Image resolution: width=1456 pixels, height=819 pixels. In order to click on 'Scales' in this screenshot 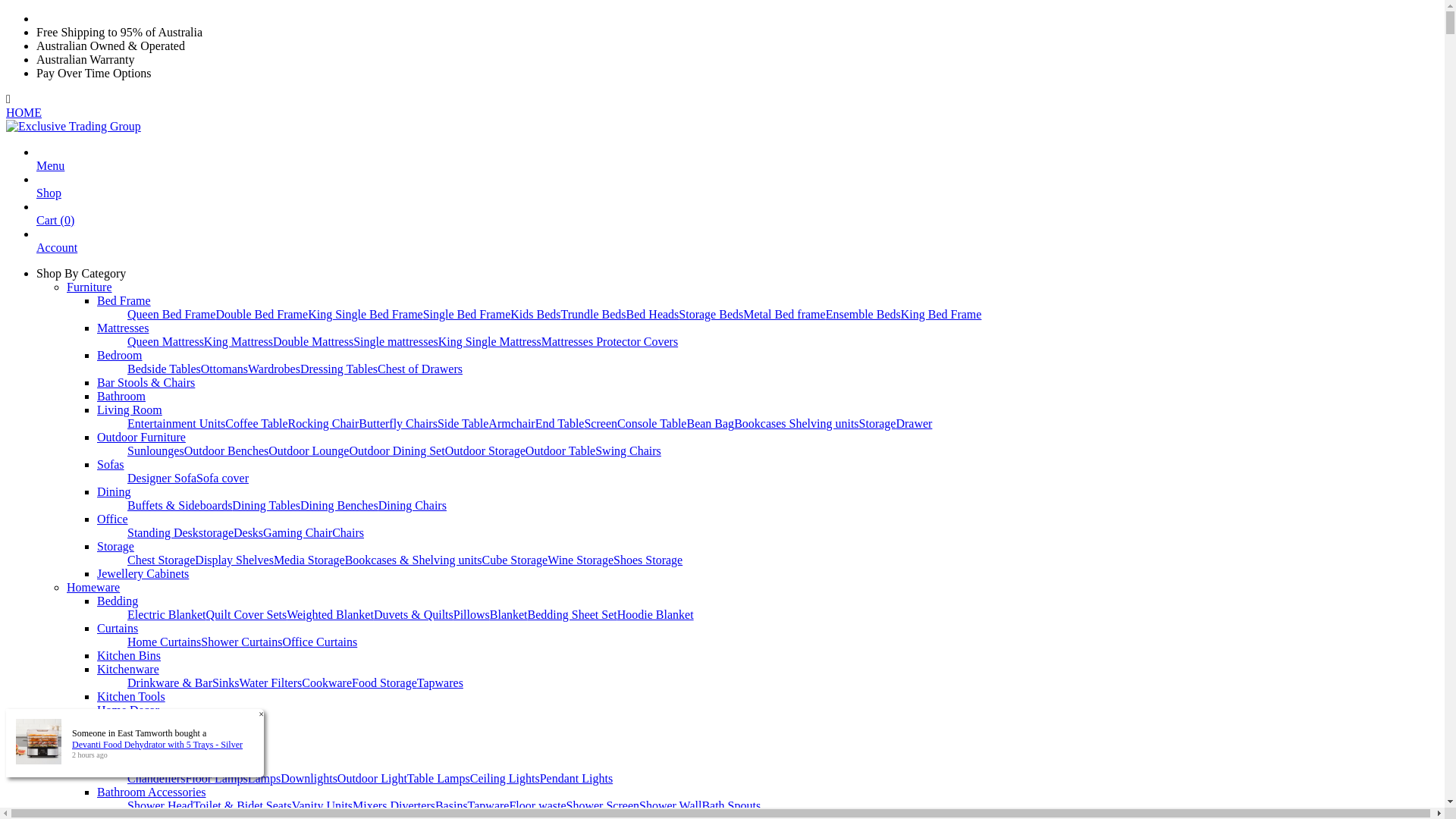, I will do `click(111, 723)`.